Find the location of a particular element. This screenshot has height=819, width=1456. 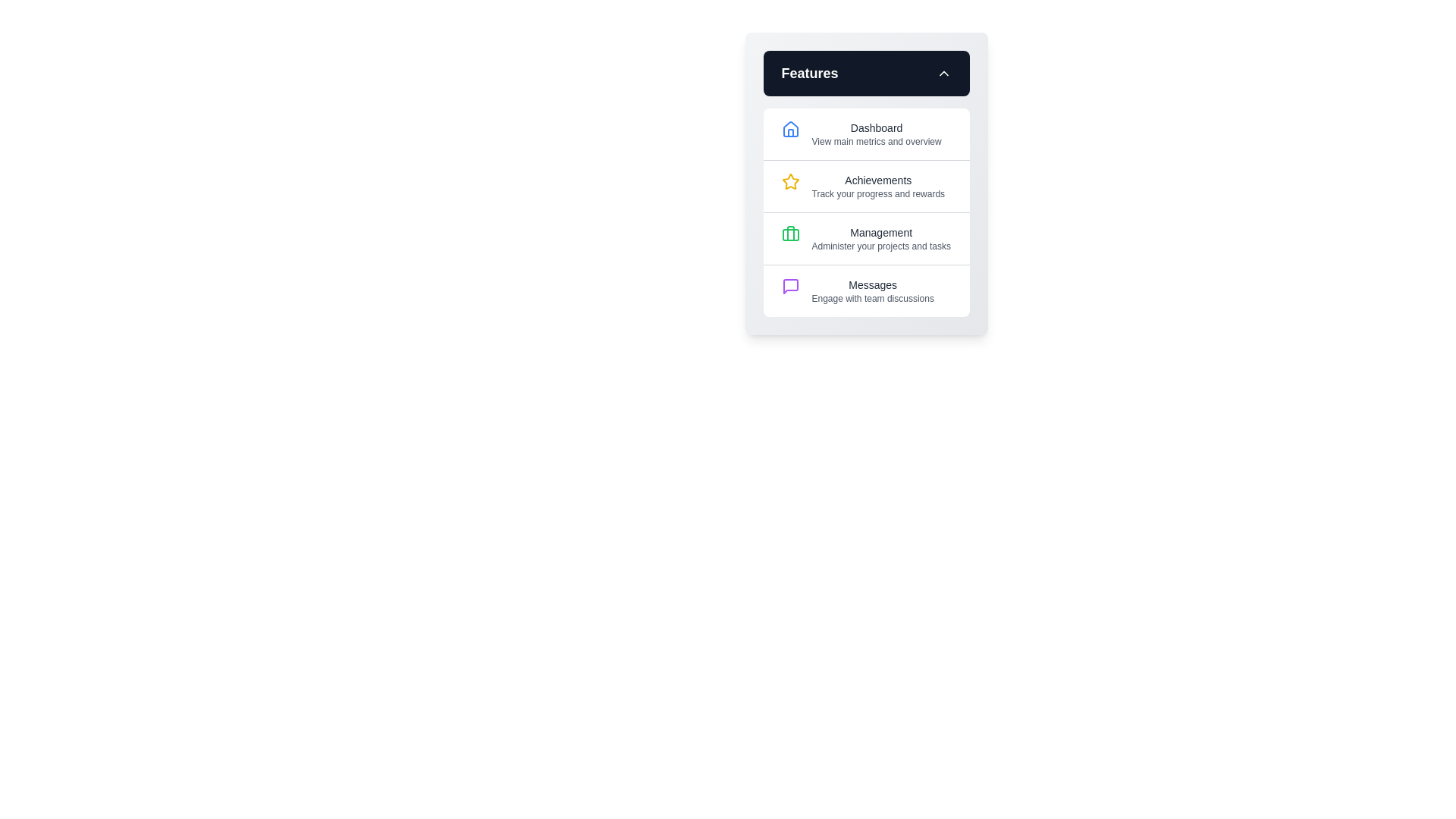

the 'Messages' icon, which is the third feature icon in a vertical list beneath the 'Management' feature icon is located at coordinates (789, 287).